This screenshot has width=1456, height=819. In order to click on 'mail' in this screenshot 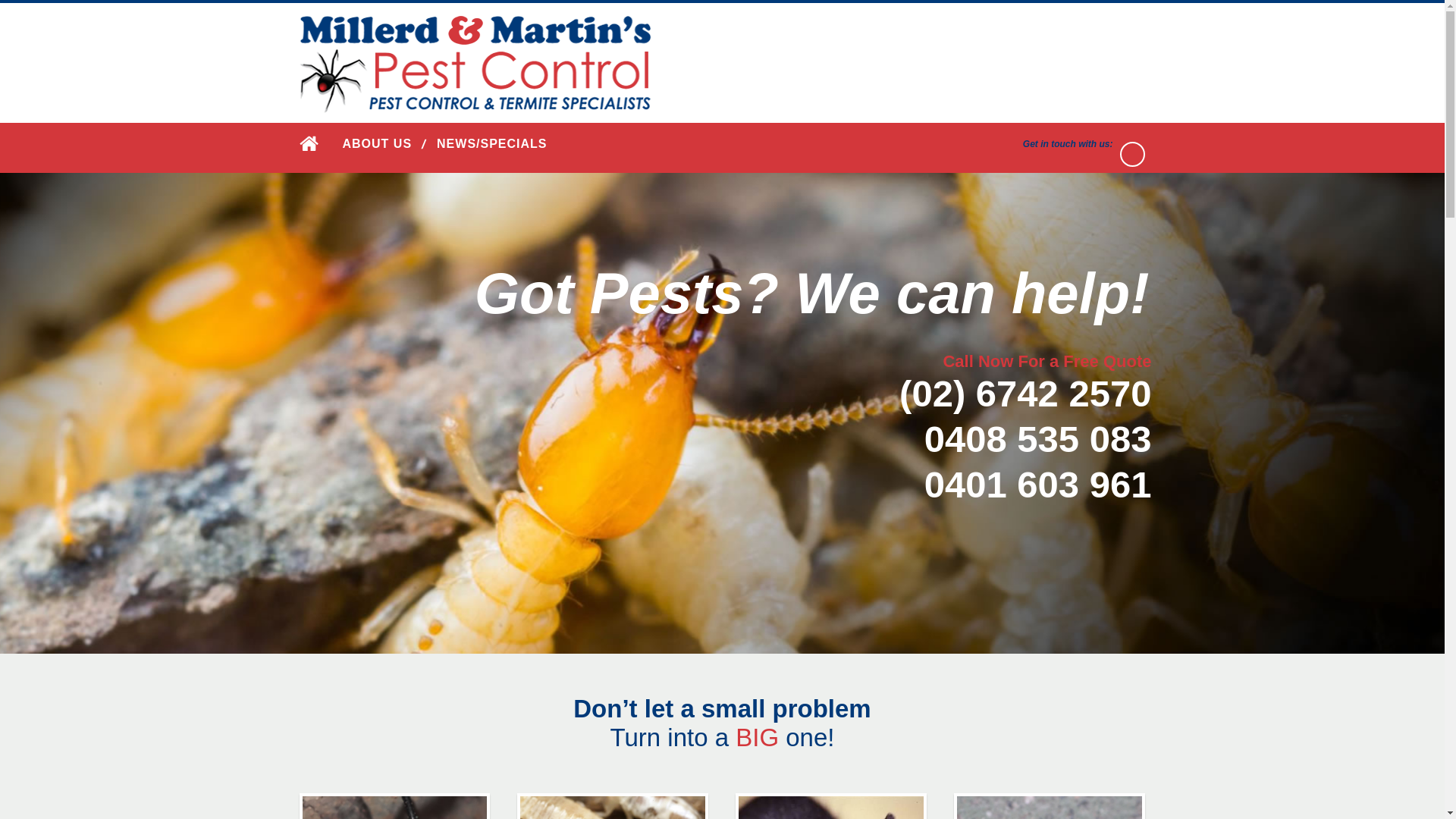, I will do `click(1132, 154)`.